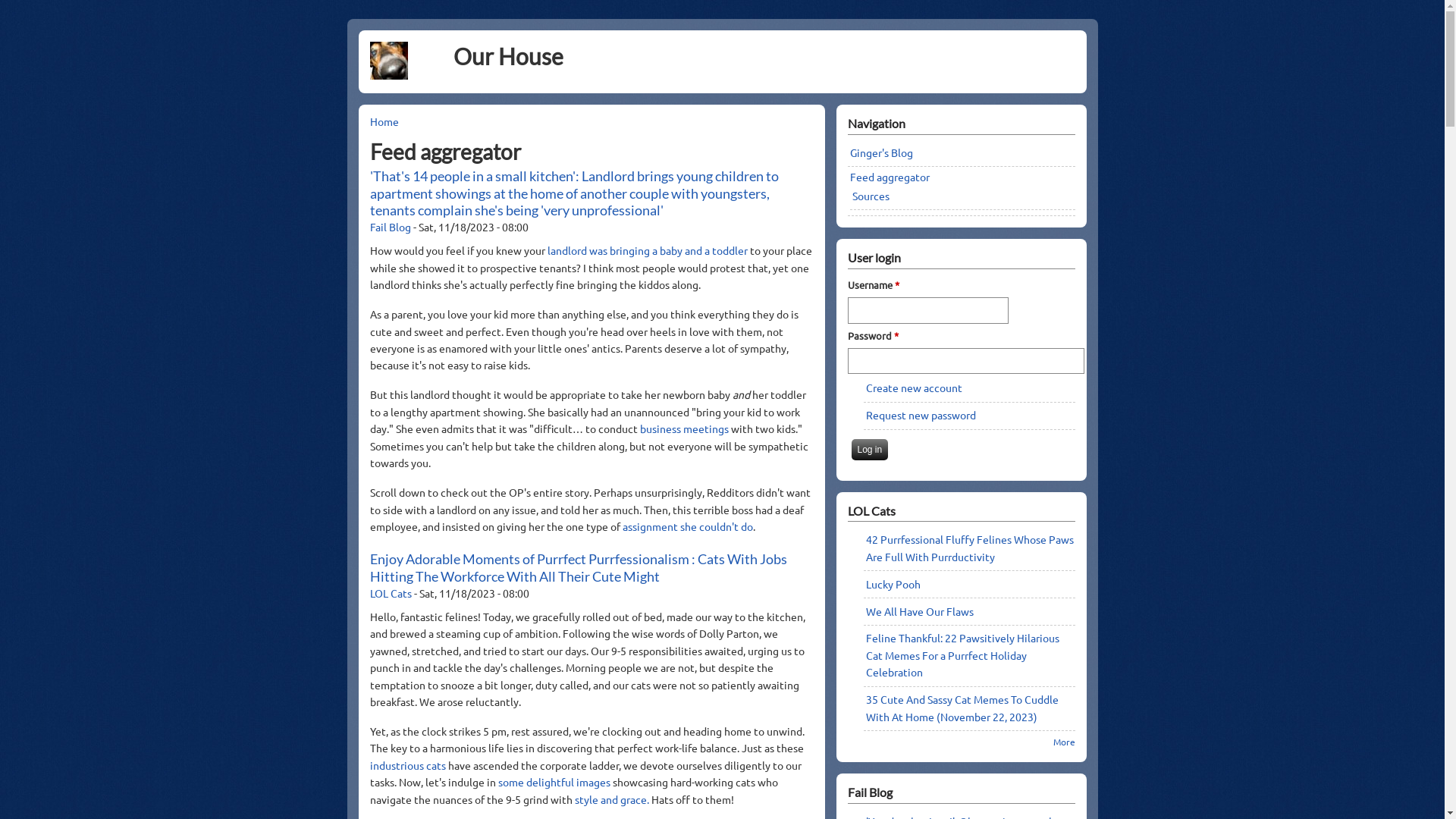 Image resolution: width=1456 pixels, height=819 pixels. I want to click on 'Log in', so click(869, 449).